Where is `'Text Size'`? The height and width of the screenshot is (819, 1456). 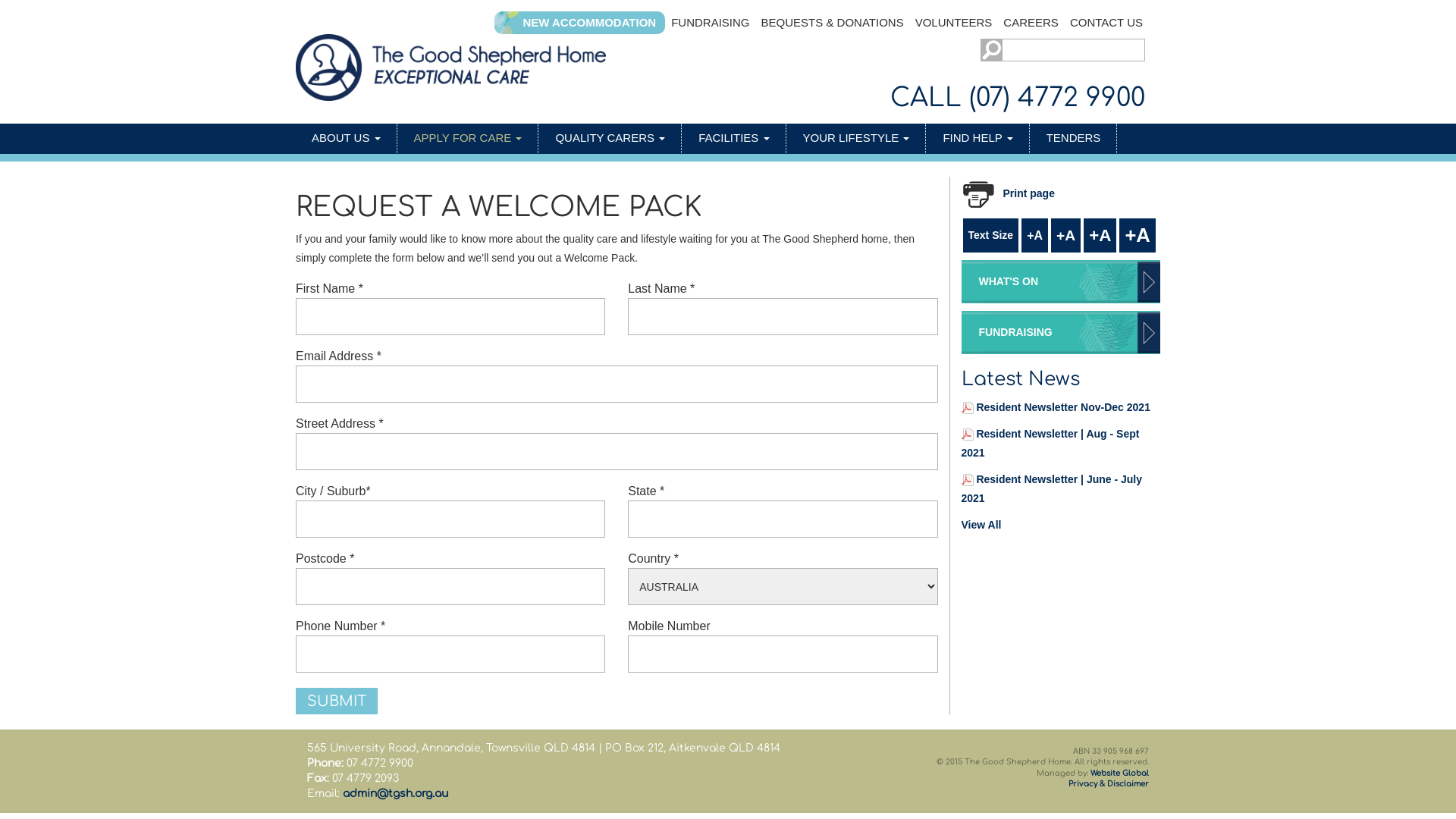 'Text Size' is located at coordinates (990, 235).